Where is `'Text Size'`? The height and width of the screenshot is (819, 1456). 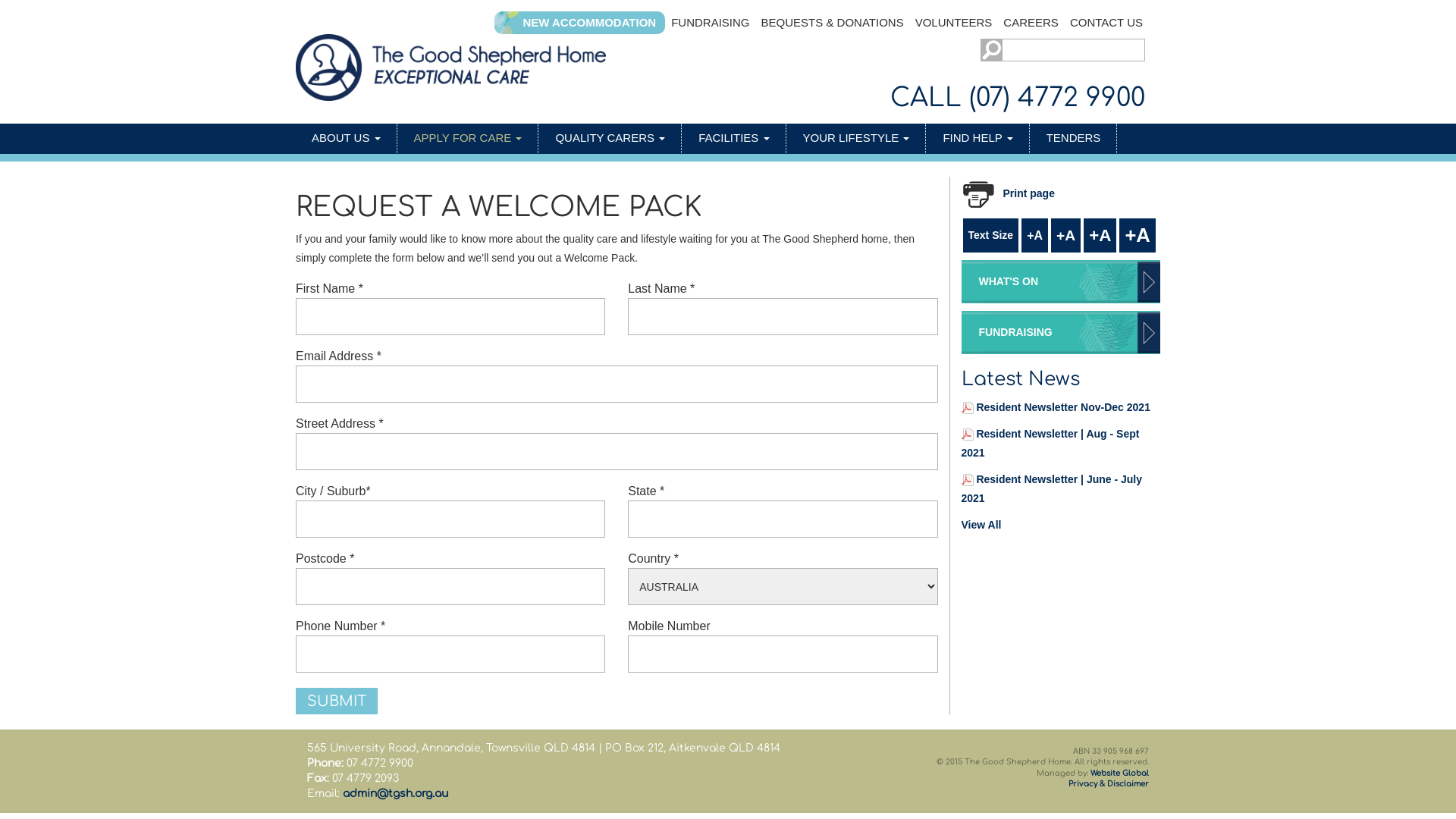 'Text Size' is located at coordinates (990, 235).